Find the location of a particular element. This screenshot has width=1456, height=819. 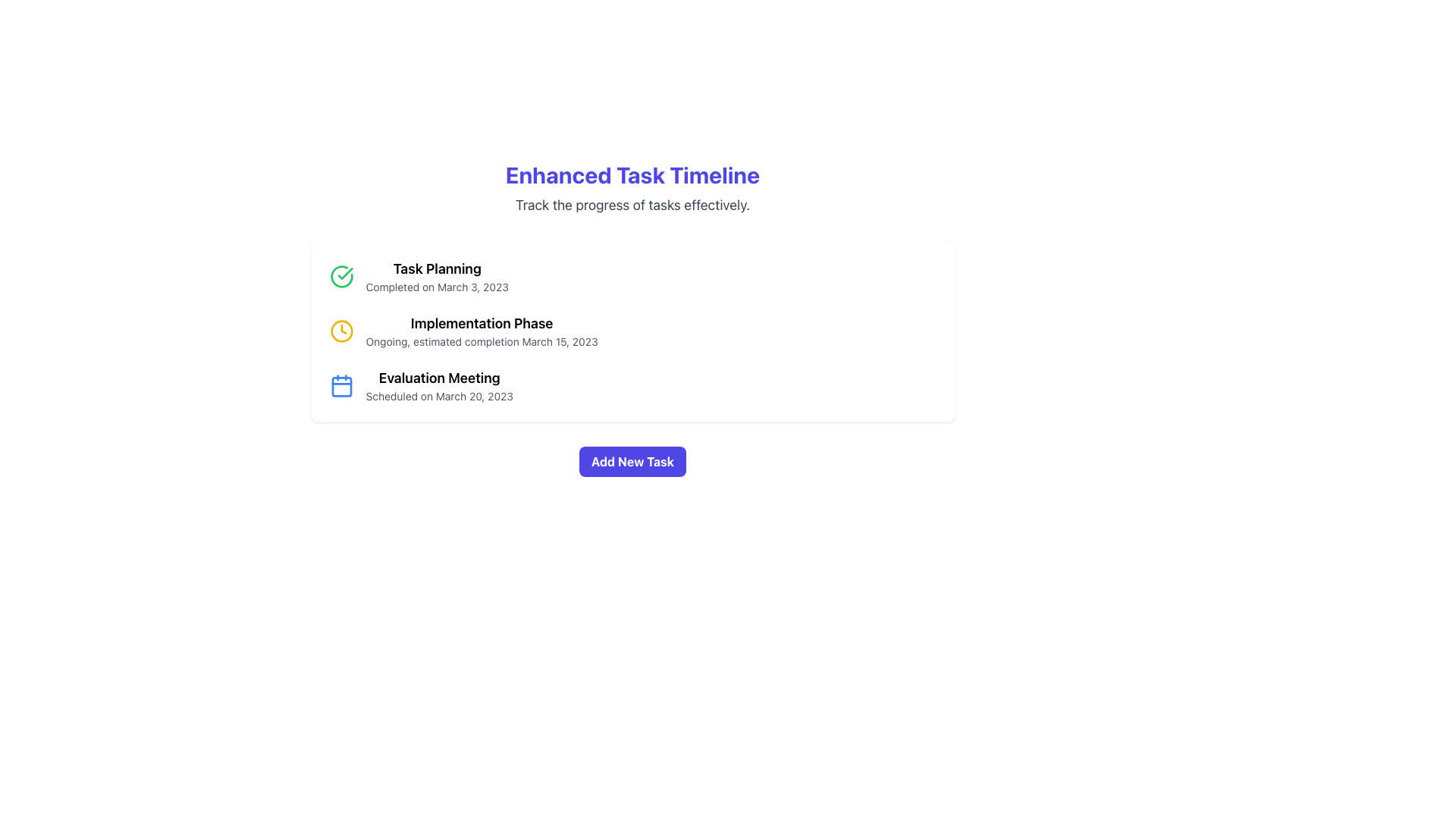

the circular icon with a green border and a check mark inside, which is associated with the first task in the 'Task Planning' section is located at coordinates (340, 277).